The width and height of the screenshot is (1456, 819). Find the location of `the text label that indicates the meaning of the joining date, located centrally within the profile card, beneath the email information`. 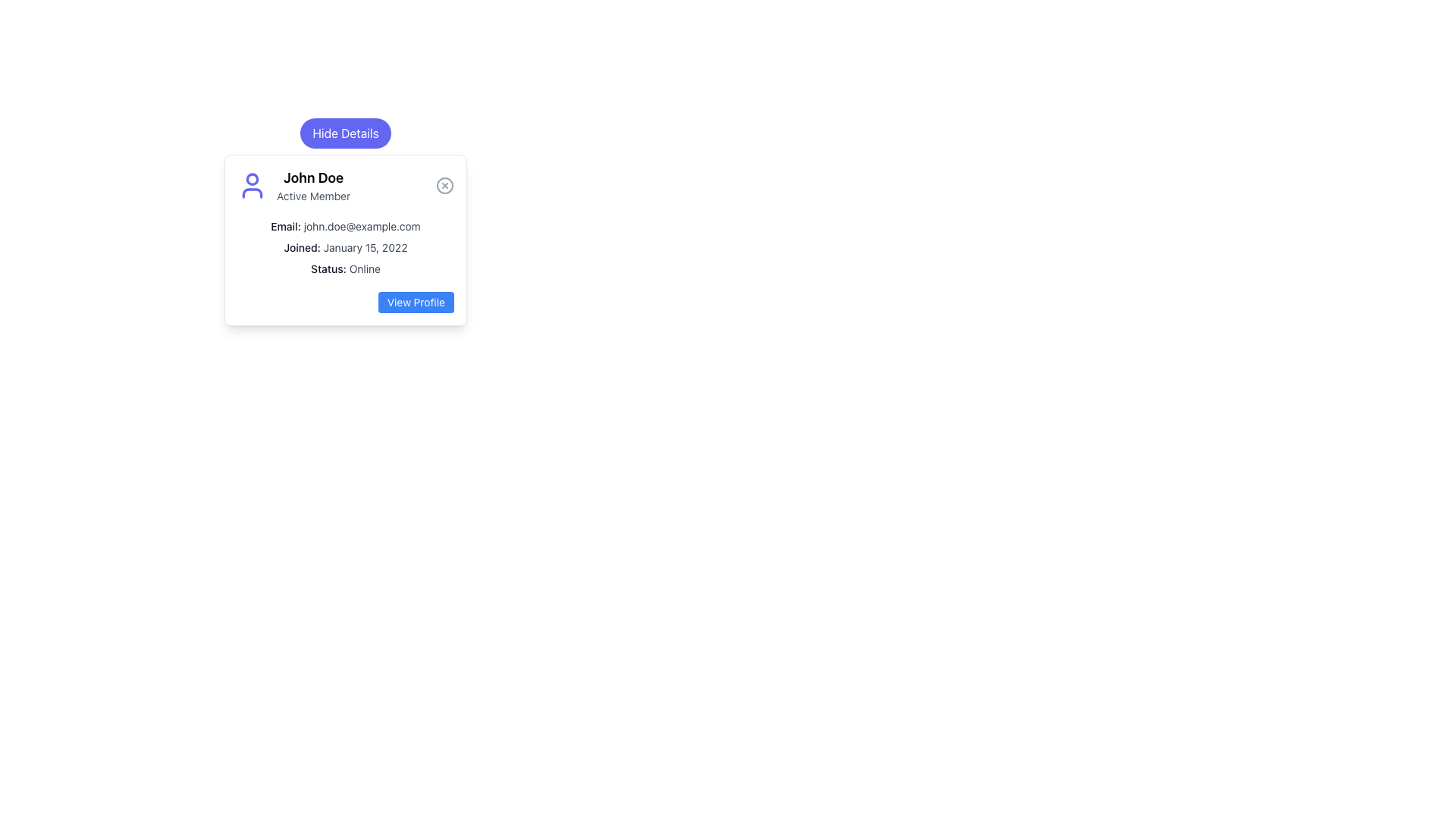

the text label that indicates the meaning of the joining date, located centrally within the profile card, beneath the email information is located at coordinates (302, 246).